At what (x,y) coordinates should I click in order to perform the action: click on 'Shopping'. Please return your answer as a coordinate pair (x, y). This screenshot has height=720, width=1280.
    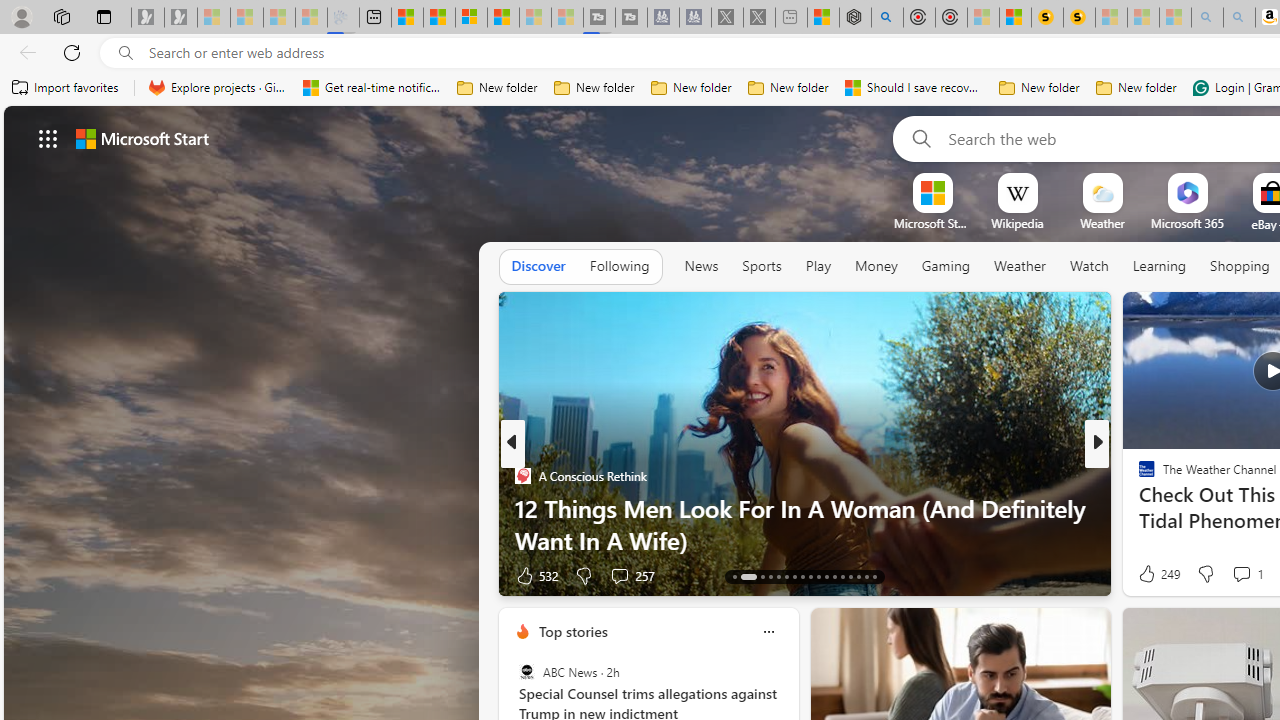
    Looking at the image, I should click on (1239, 265).